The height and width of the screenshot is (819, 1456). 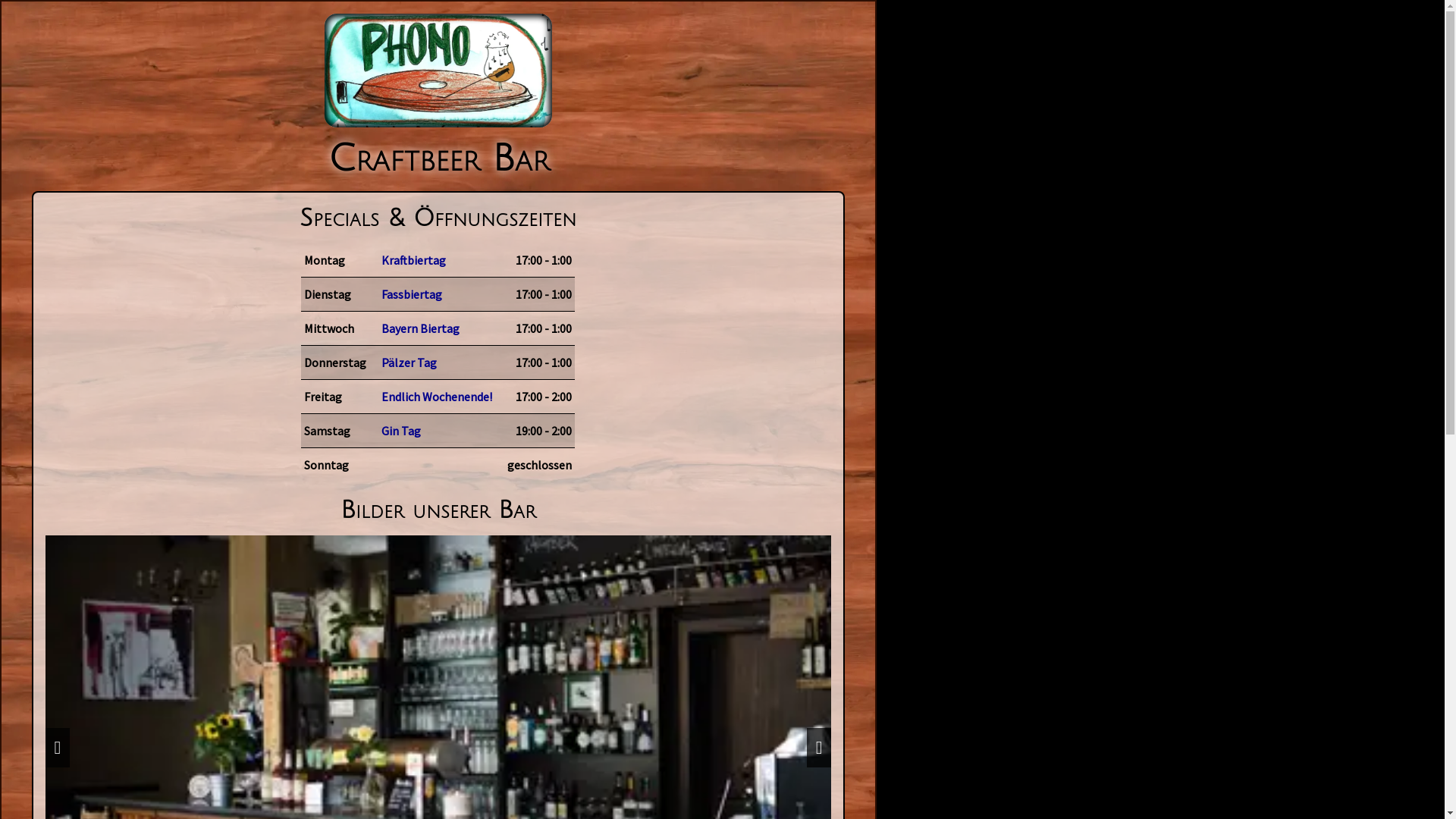 What do you see at coordinates (436, 430) in the screenshot?
I see `'Gin Tag'` at bounding box center [436, 430].